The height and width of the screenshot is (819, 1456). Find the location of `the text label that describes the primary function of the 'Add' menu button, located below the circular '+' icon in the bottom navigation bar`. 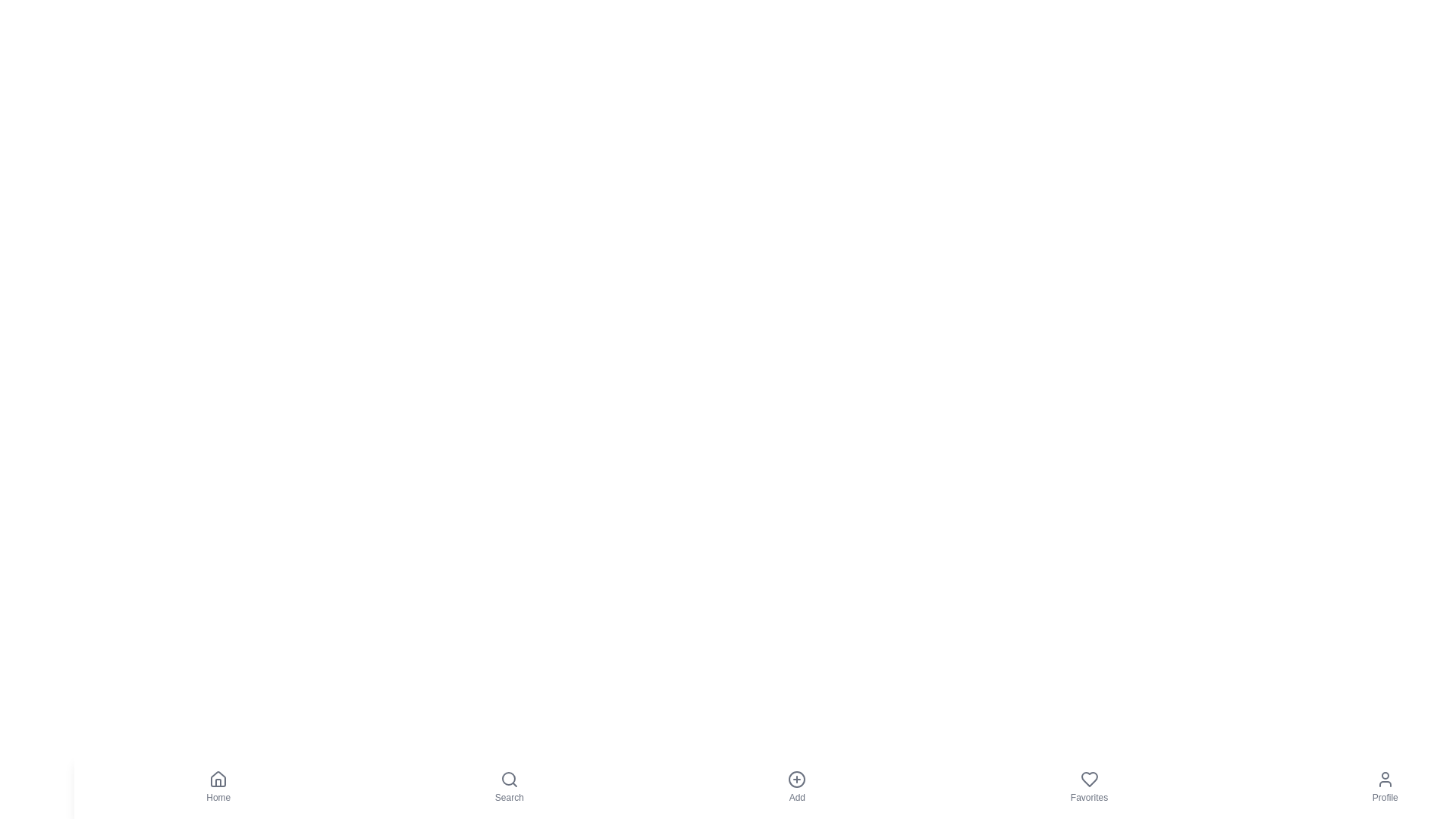

the text label that describes the primary function of the 'Add' menu button, located below the circular '+' icon in the bottom navigation bar is located at coordinates (796, 797).